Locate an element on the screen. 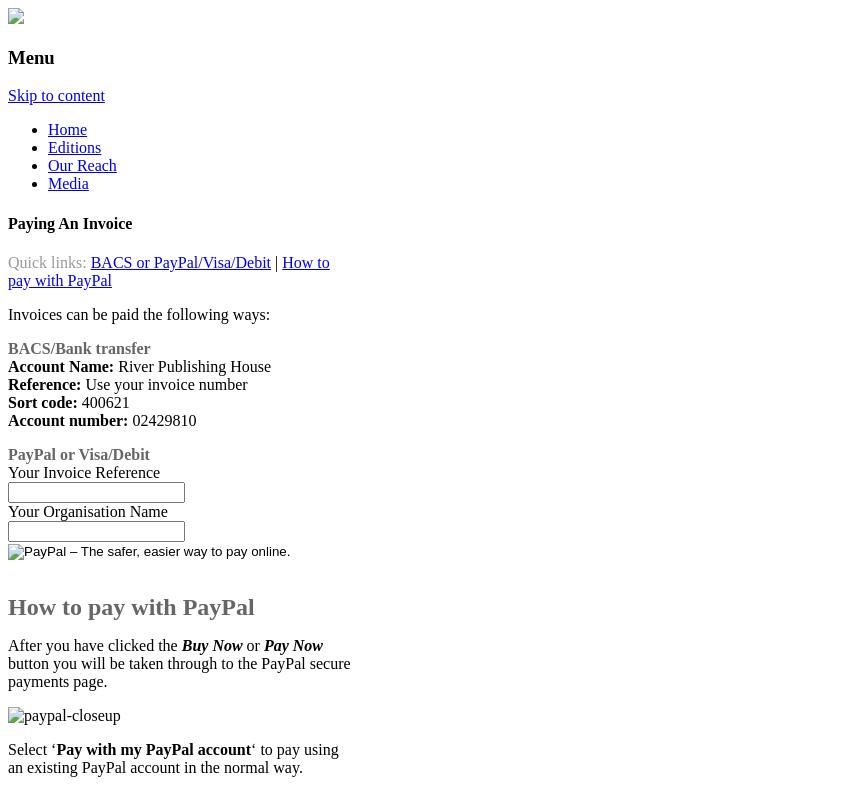  'Account Name:' is located at coordinates (60, 364).